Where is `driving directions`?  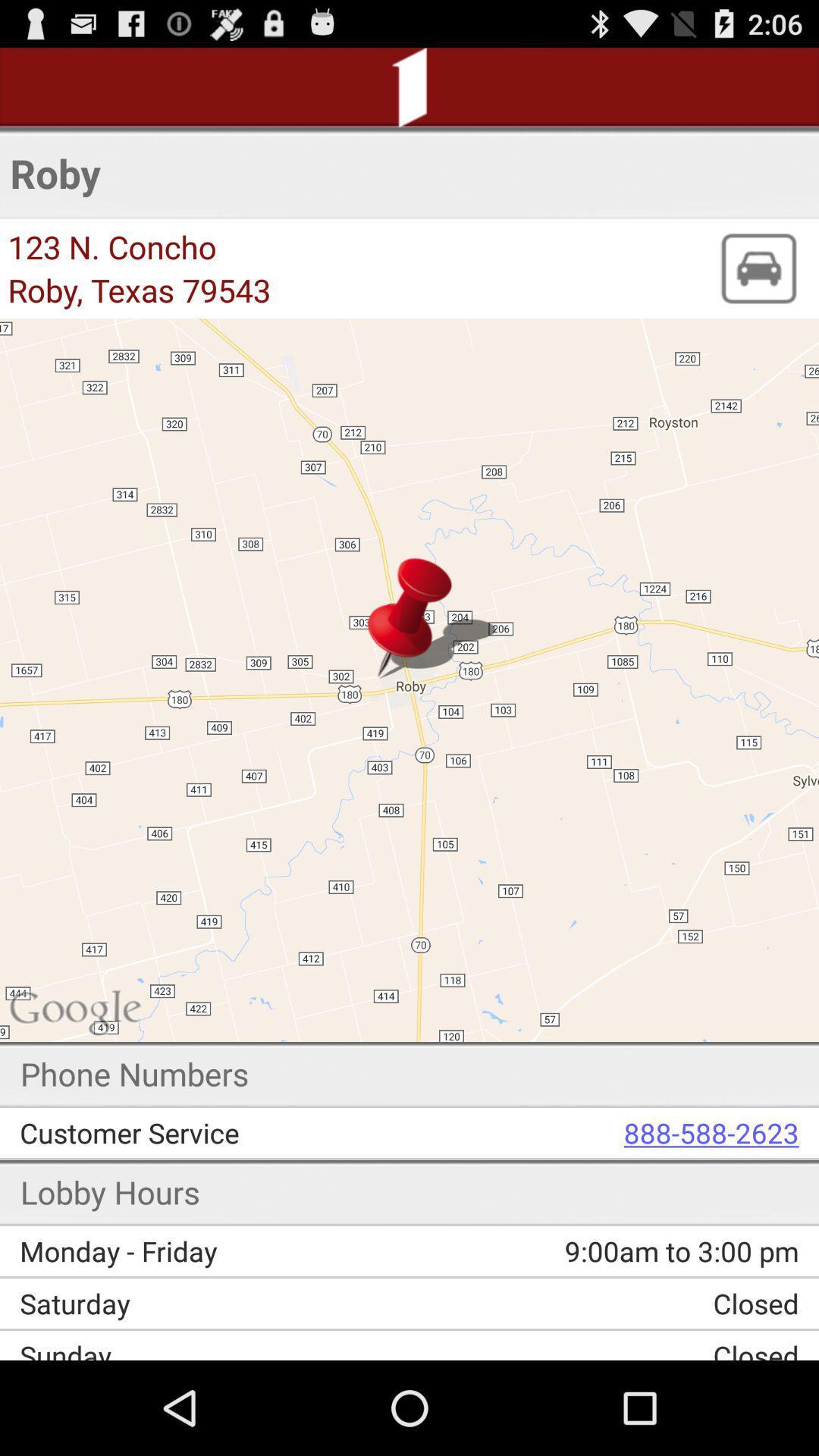
driving directions is located at coordinates (758, 268).